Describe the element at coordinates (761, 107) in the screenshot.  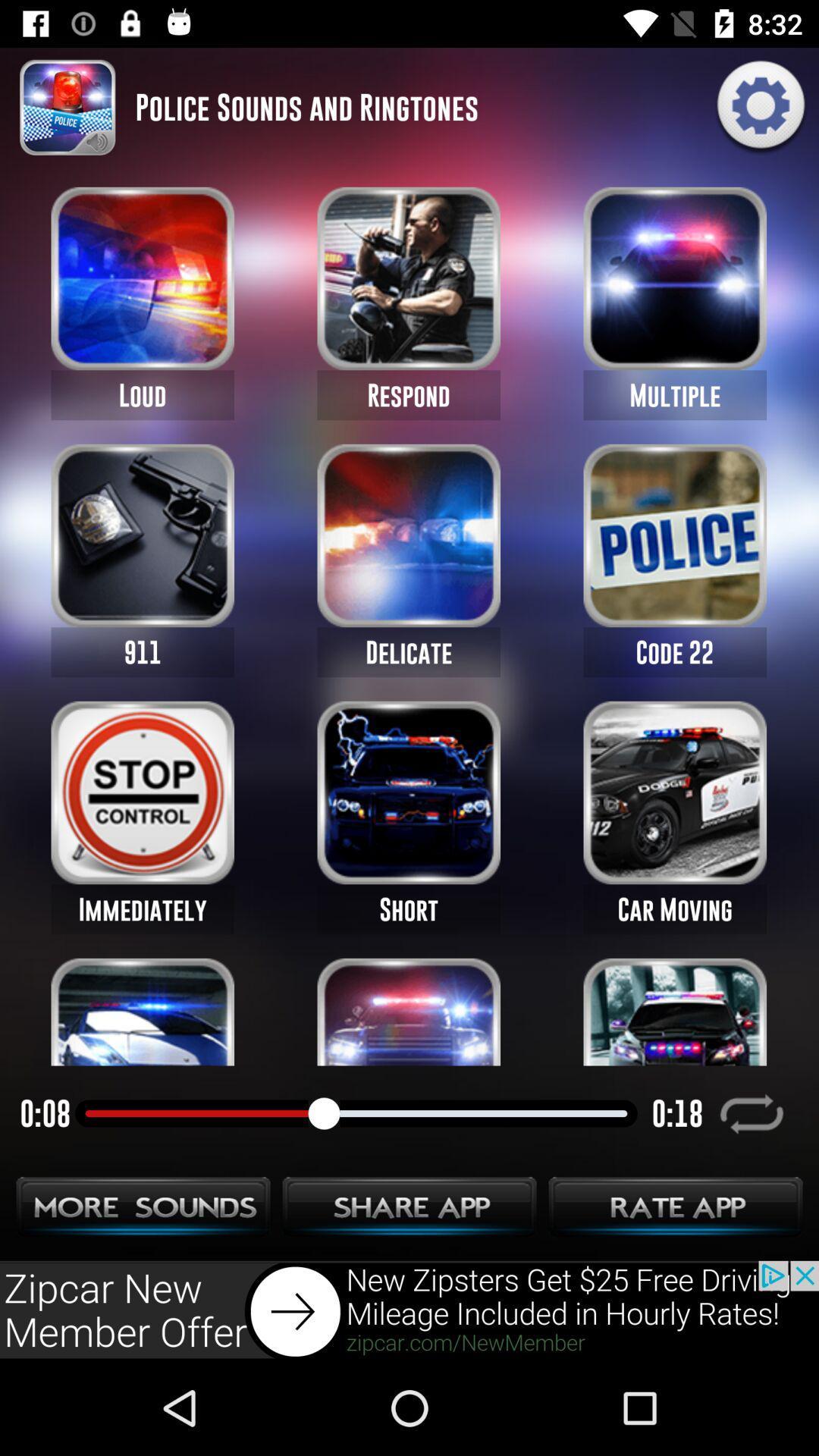
I see `settings icon on the top most right corner of the page` at that location.